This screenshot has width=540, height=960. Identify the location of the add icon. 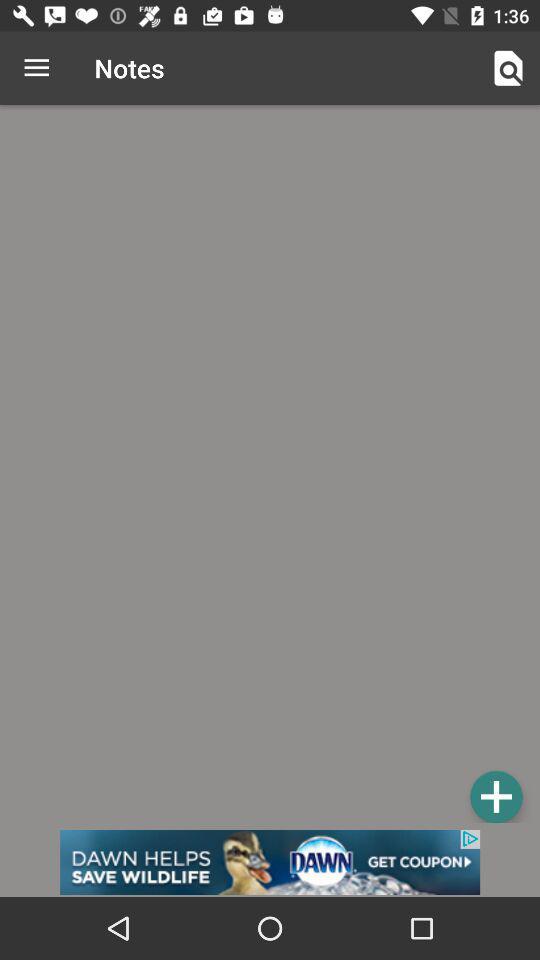
(495, 796).